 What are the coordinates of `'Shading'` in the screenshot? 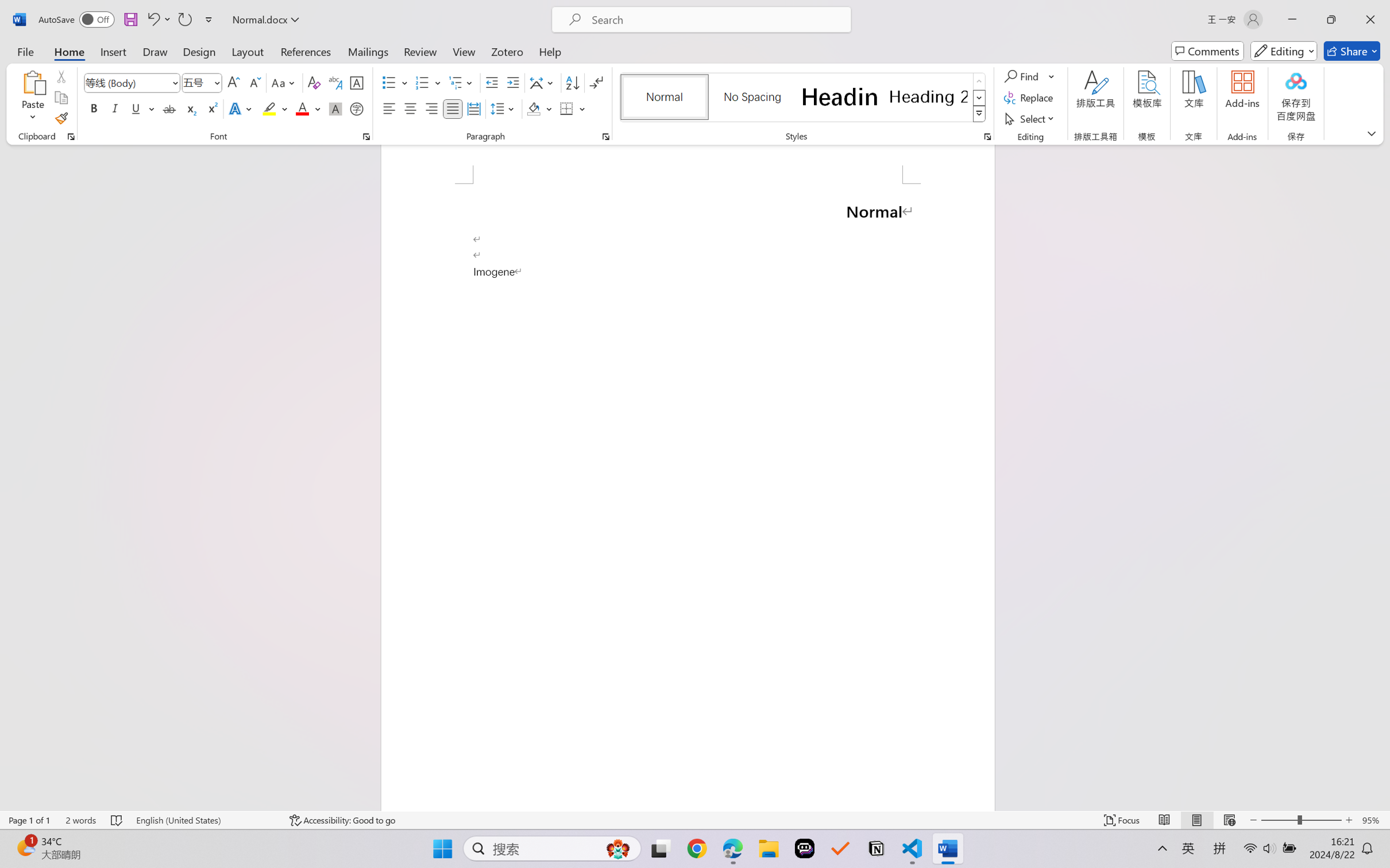 It's located at (539, 108).